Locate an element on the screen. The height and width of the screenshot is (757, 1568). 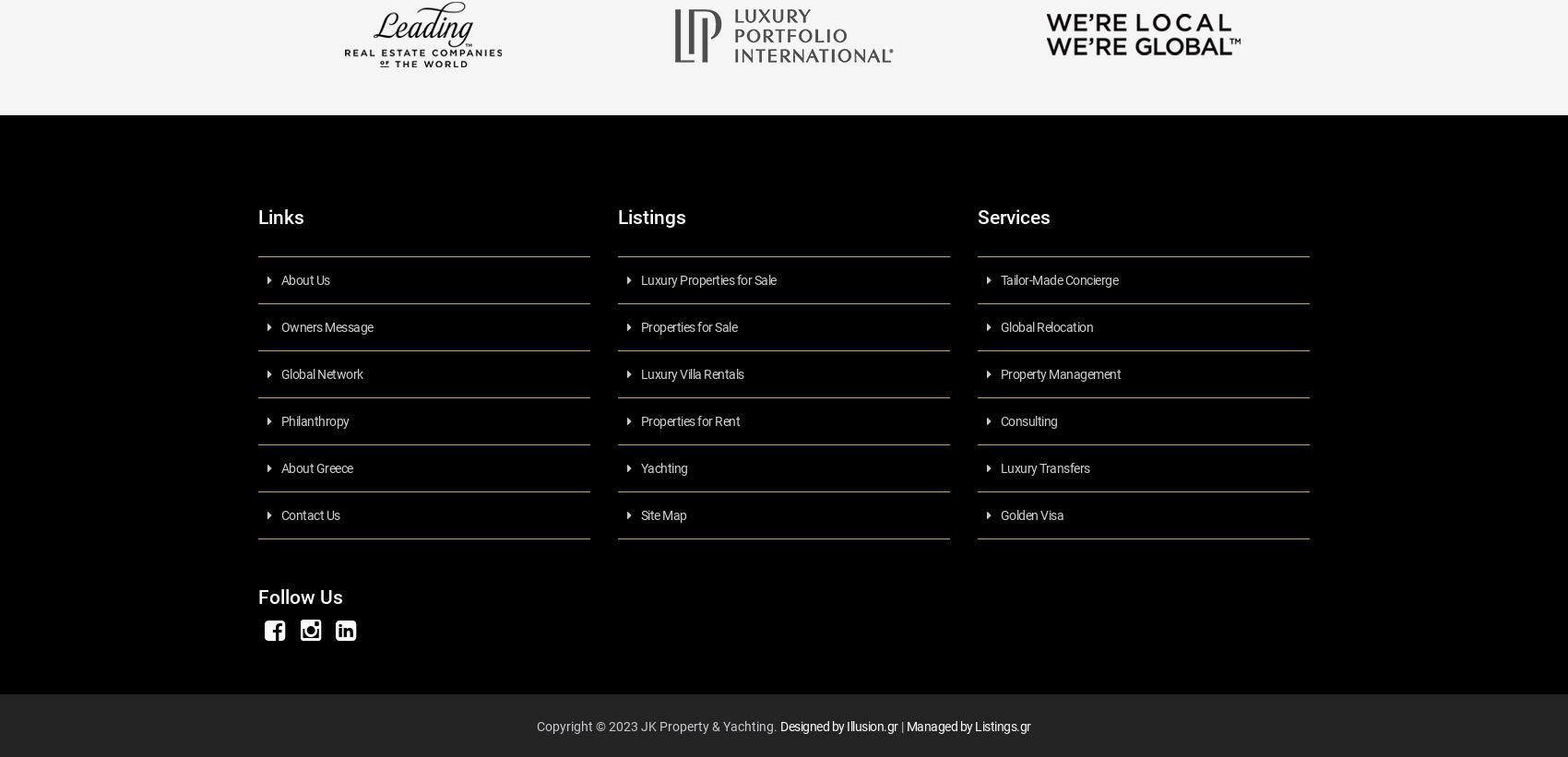
'Follow Us' is located at coordinates (300, 596).